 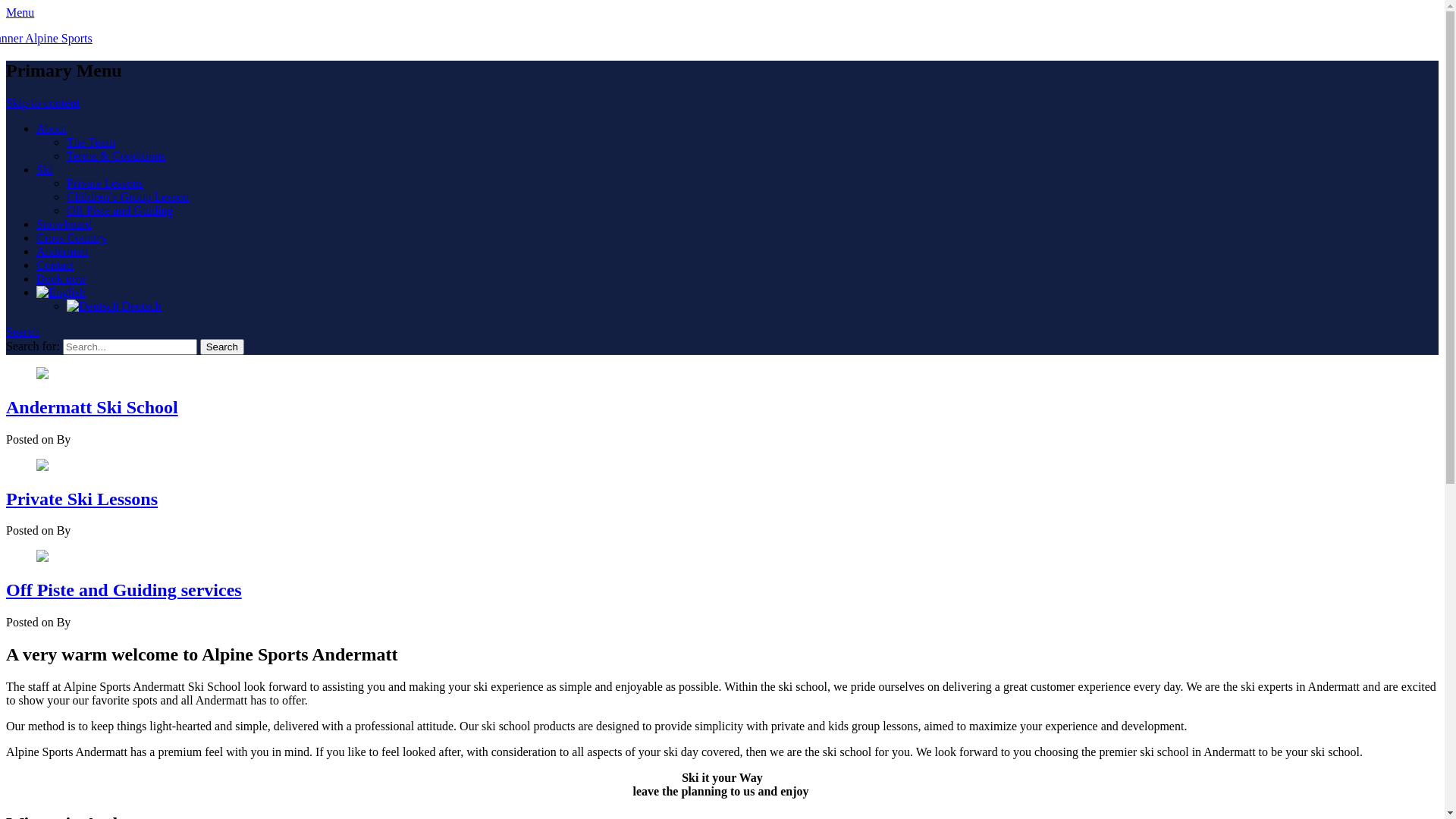 What do you see at coordinates (42, 375) in the screenshot?
I see `'Permalink to: Andermatt Ski School'` at bounding box center [42, 375].